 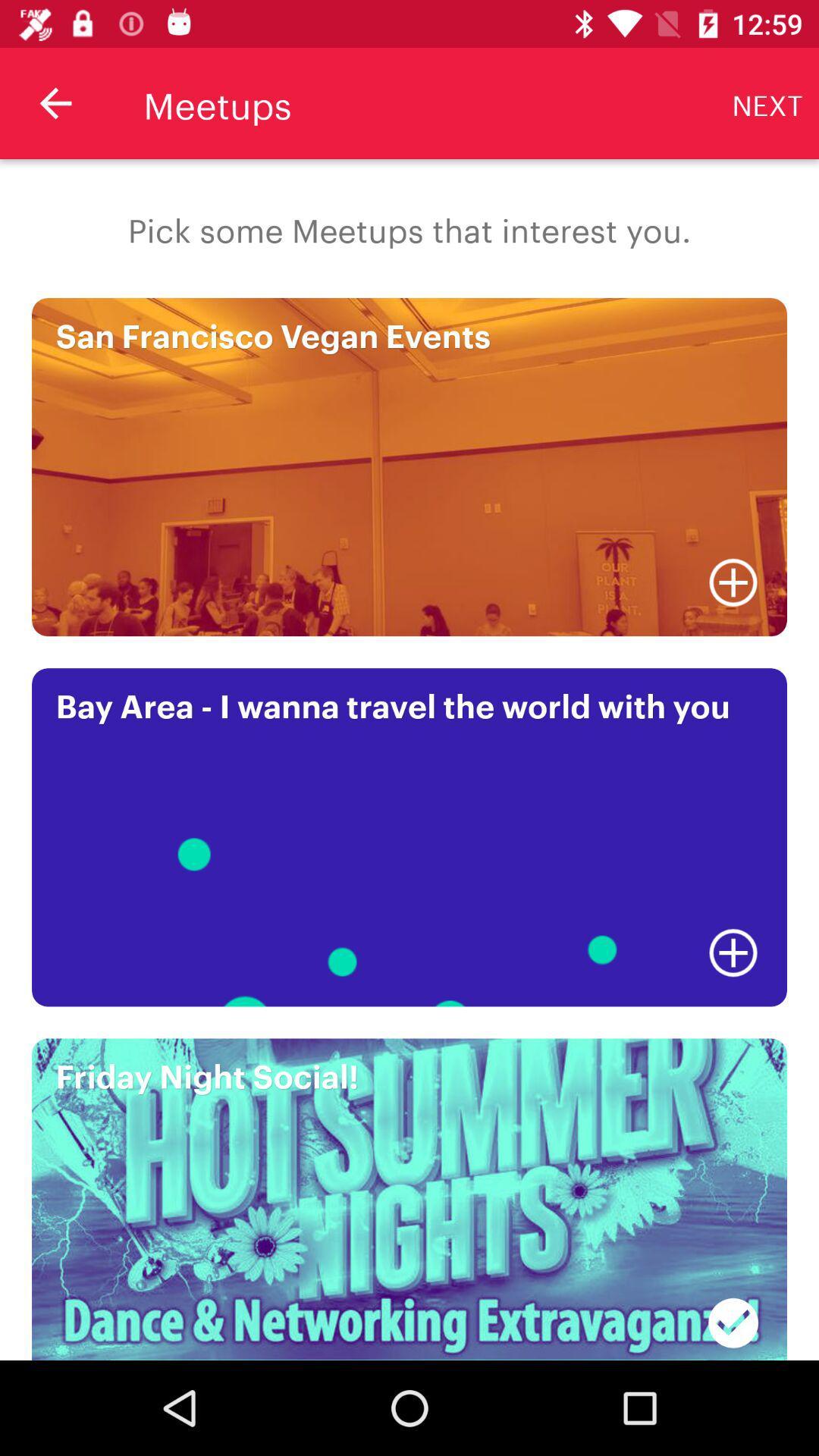 What do you see at coordinates (767, 102) in the screenshot?
I see `item at the top right corner` at bounding box center [767, 102].